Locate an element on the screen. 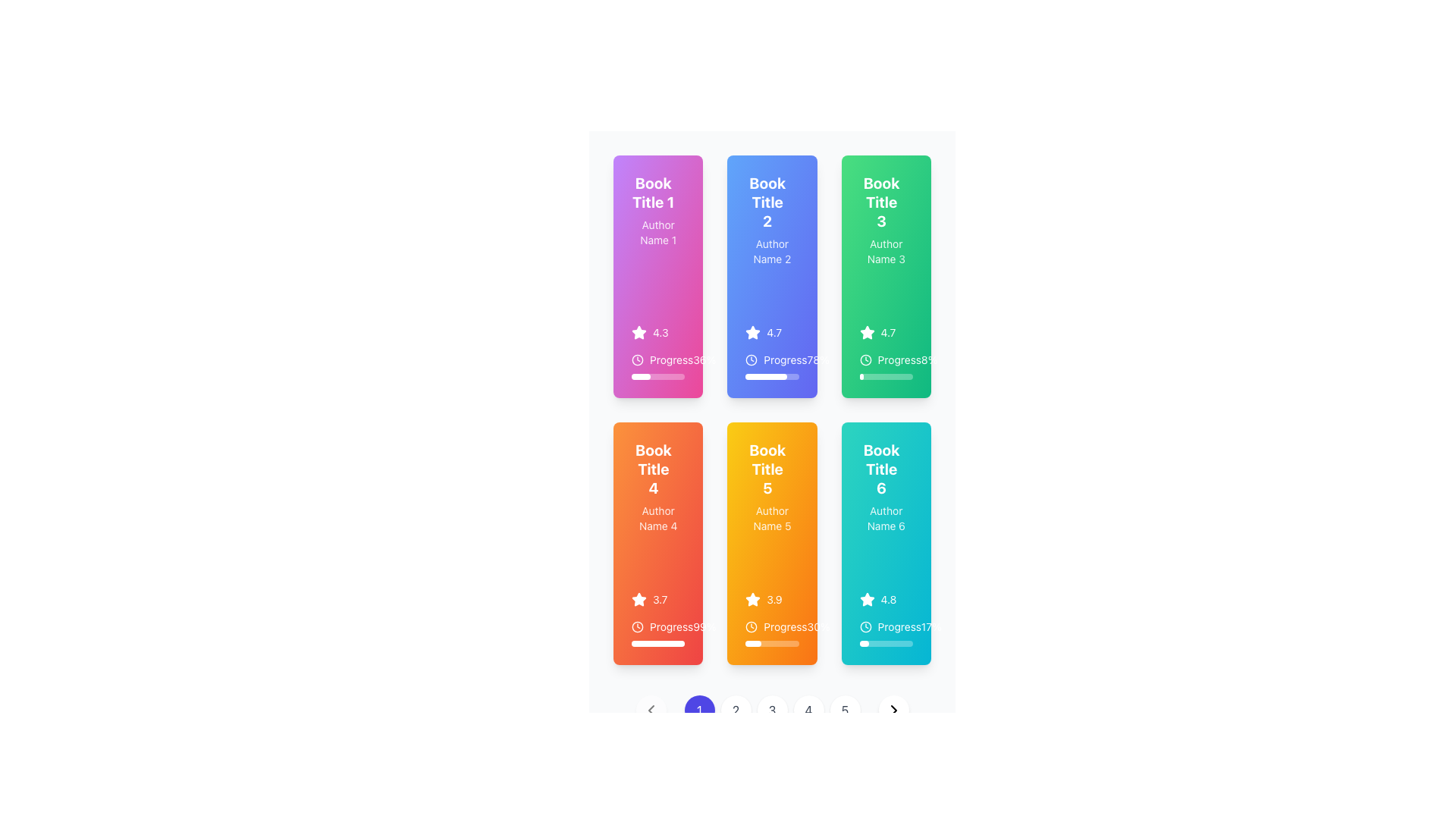 The height and width of the screenshot is (819, 1456). the text label displaying 'Author Name 1', which is located below the title 'Book Title 1' within a pink background panel is located at coordinates (658, 233).